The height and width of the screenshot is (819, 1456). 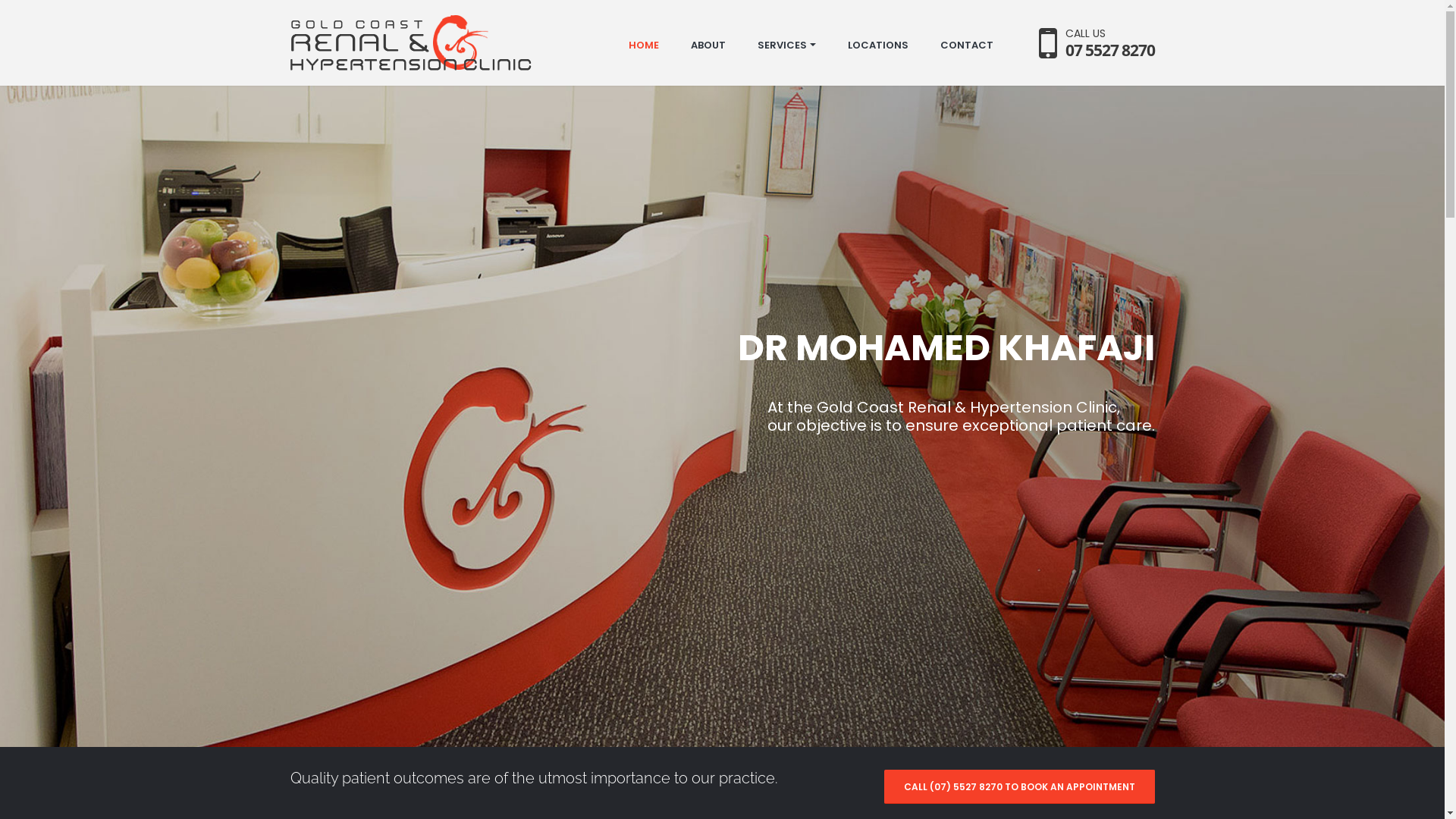 I want to click on 'HOME', so click(x=643, y=45).